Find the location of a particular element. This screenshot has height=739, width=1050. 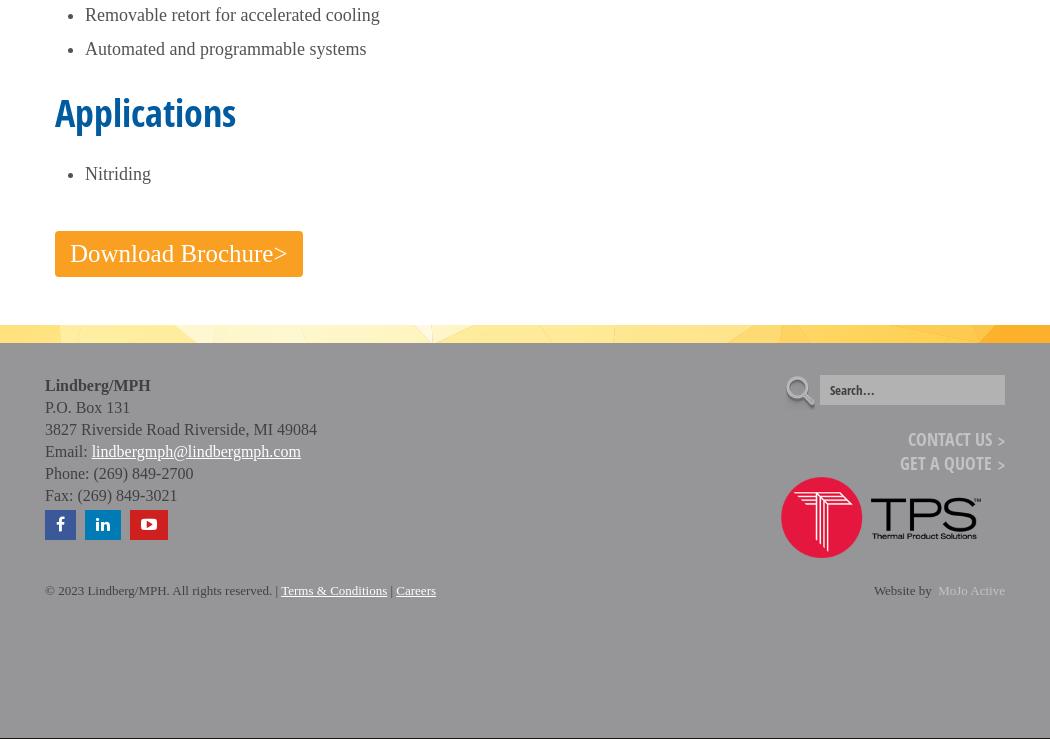

'Contact Us' is located at coordinates (949, 438).